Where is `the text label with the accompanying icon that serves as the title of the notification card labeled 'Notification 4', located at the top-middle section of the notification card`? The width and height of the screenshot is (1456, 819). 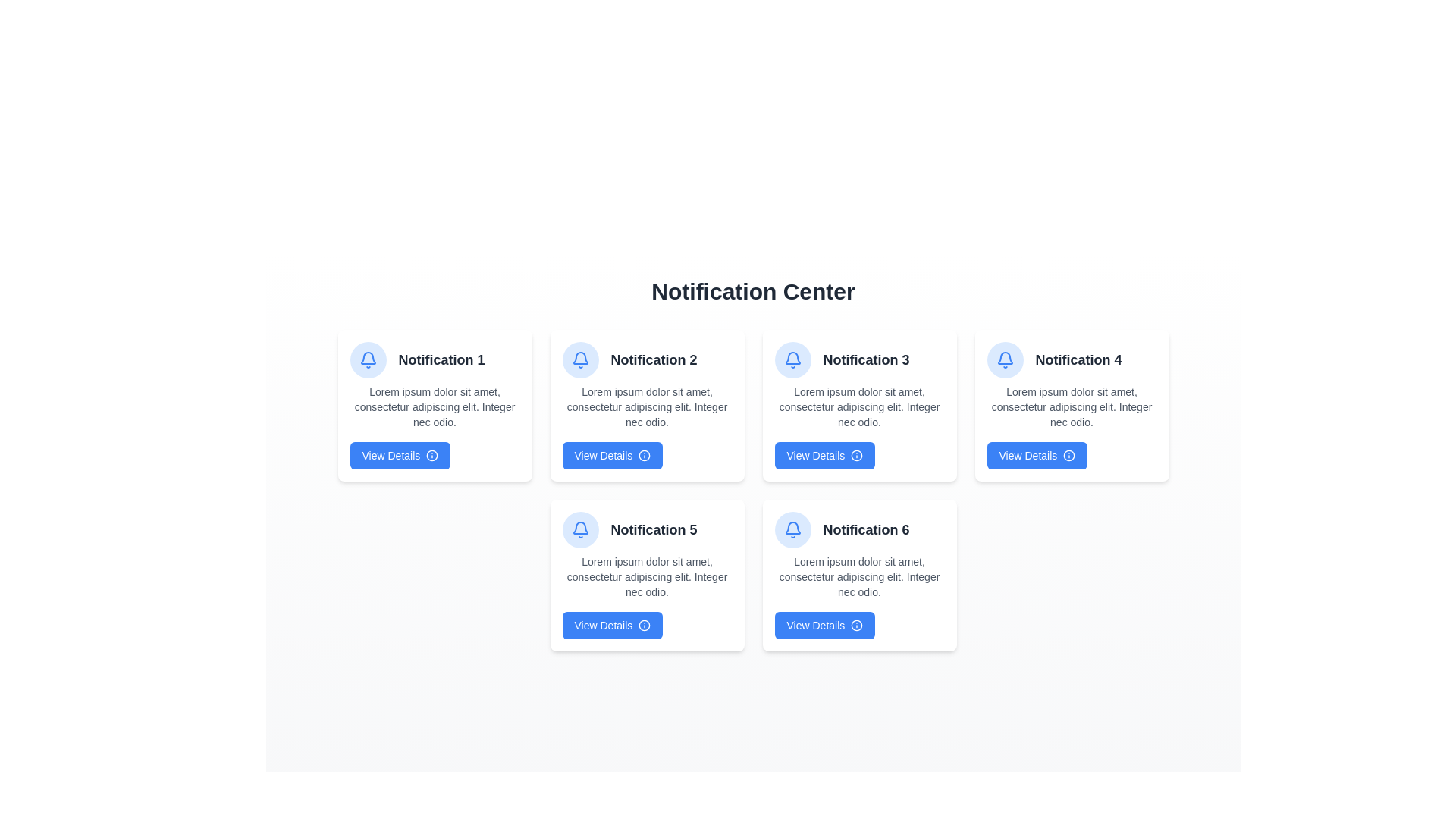 the text label with the accompanying icon that serves as the title of the notification card labeled 'Notification 4', located at the top-middle section of the notification card is located at coordinates (1071, 359).